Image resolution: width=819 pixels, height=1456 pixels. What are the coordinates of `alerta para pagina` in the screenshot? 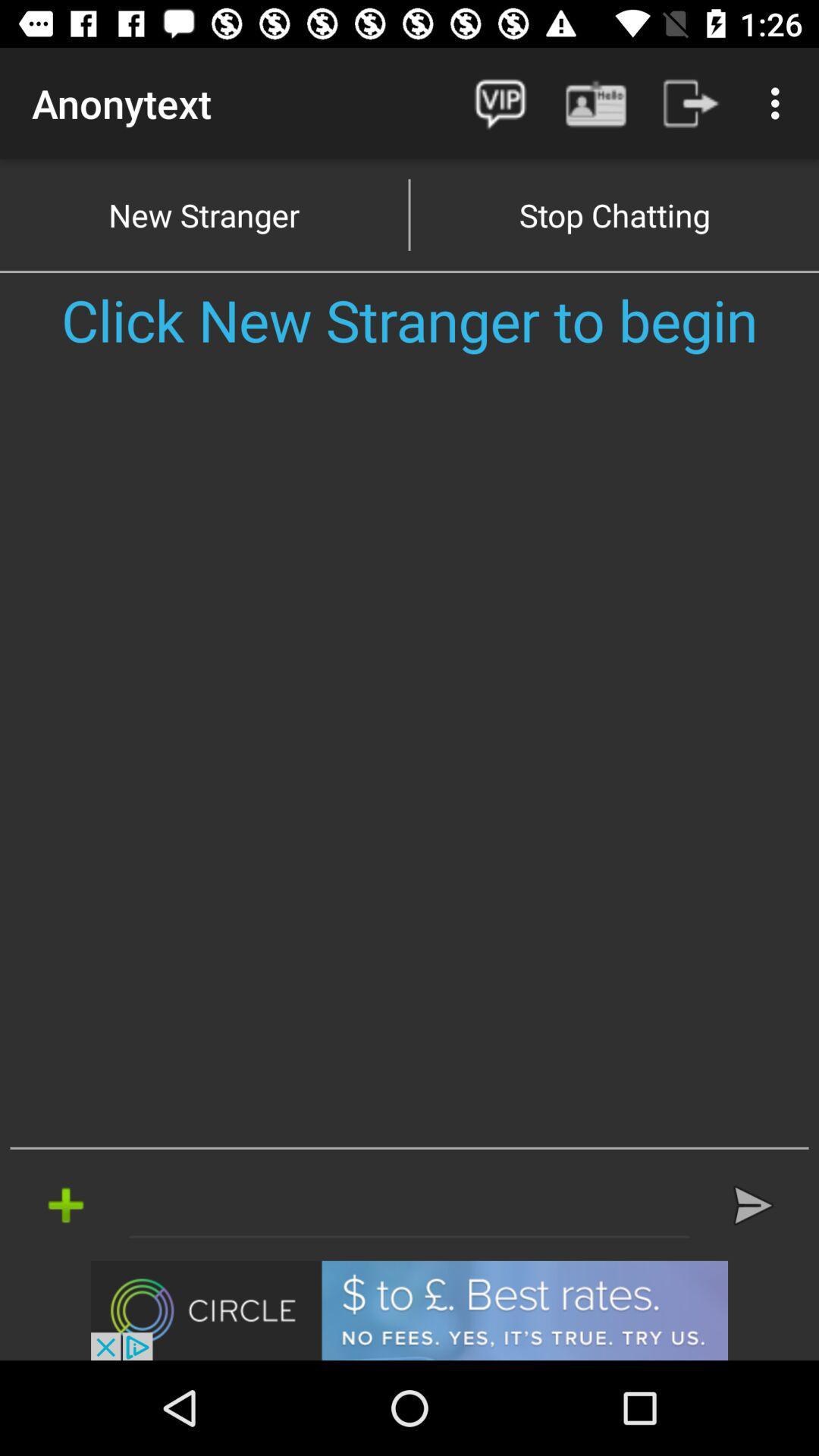 It's located at (409, 1204).